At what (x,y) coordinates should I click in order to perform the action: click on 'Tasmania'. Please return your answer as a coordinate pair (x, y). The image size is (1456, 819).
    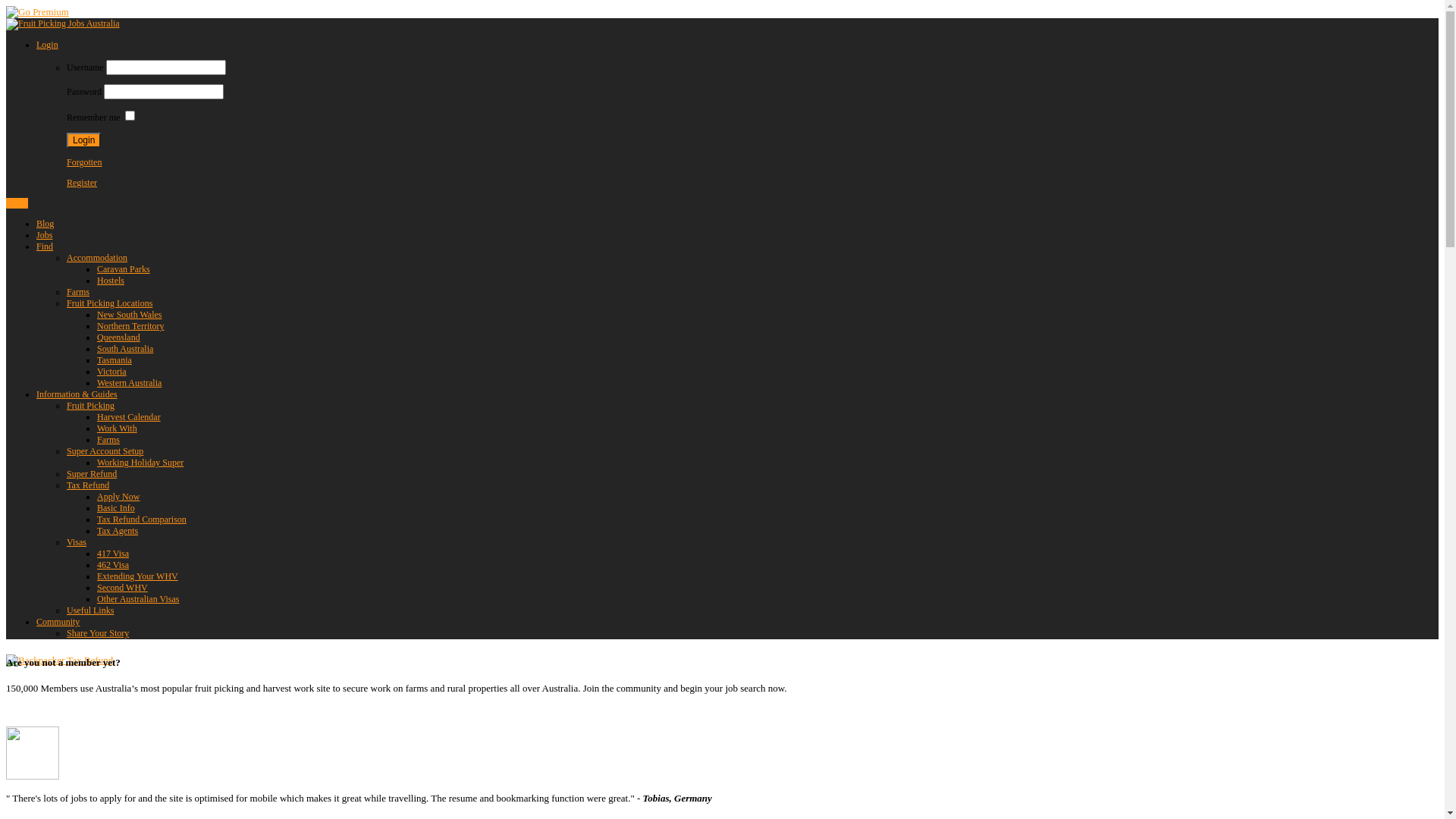
    Looking at the image, I should click on (113, 359).